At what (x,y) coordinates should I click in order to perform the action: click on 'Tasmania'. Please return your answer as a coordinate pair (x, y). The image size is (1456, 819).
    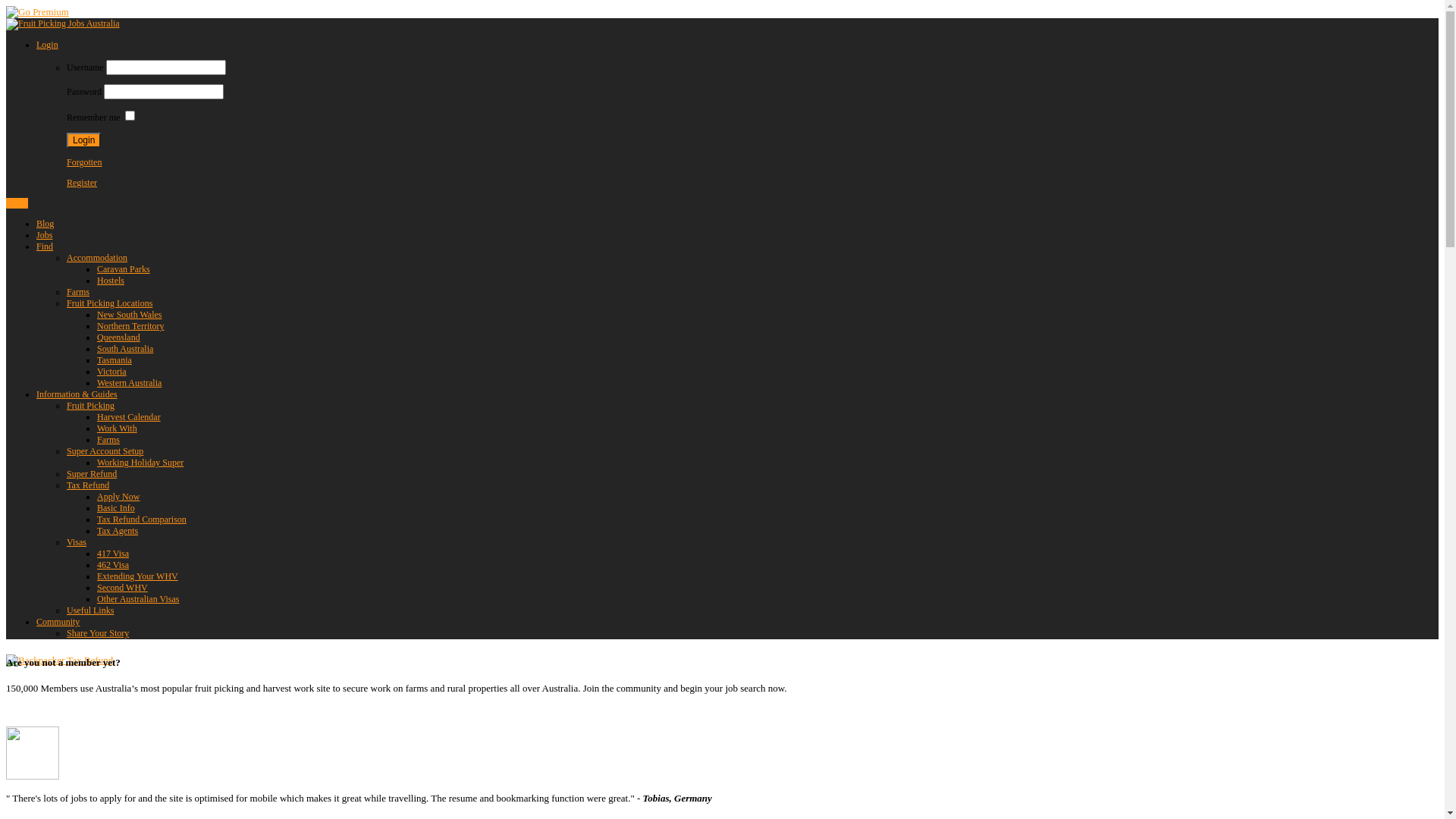
    Looking at the image, I should click on (113, 359).